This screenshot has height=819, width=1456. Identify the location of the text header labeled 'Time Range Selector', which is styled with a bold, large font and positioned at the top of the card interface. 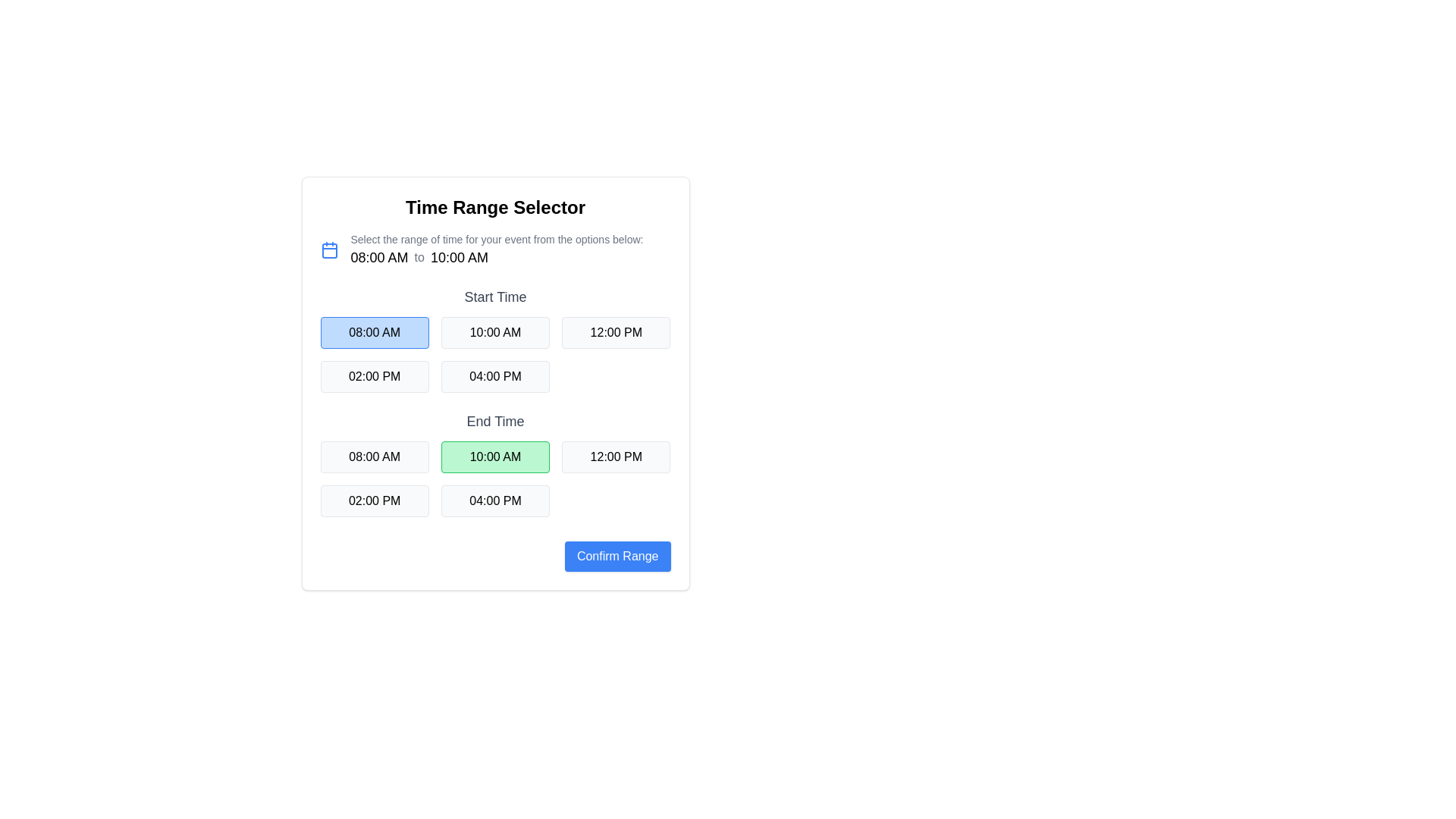
(495, 207).